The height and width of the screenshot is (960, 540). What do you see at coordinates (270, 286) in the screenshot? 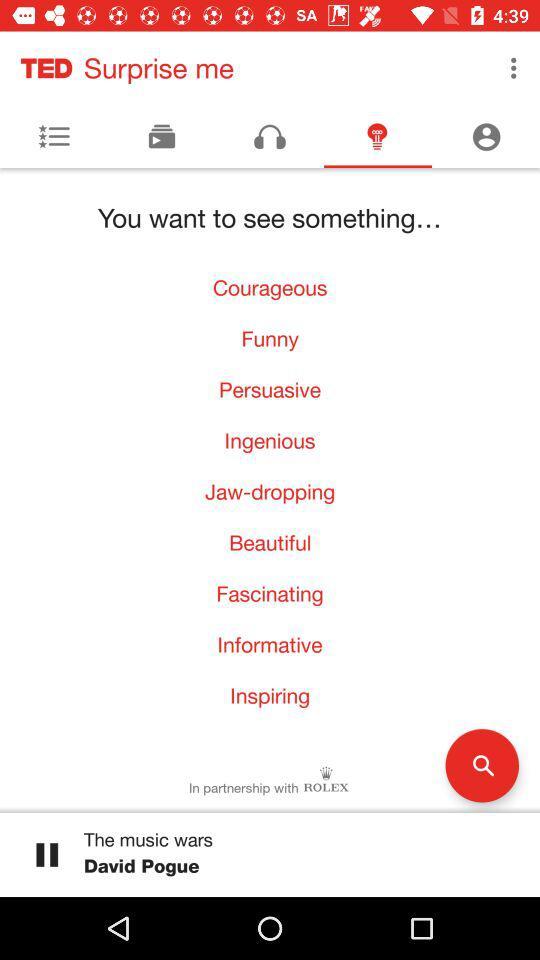
I see `the courageous icon` at bounding box center [270, 286].